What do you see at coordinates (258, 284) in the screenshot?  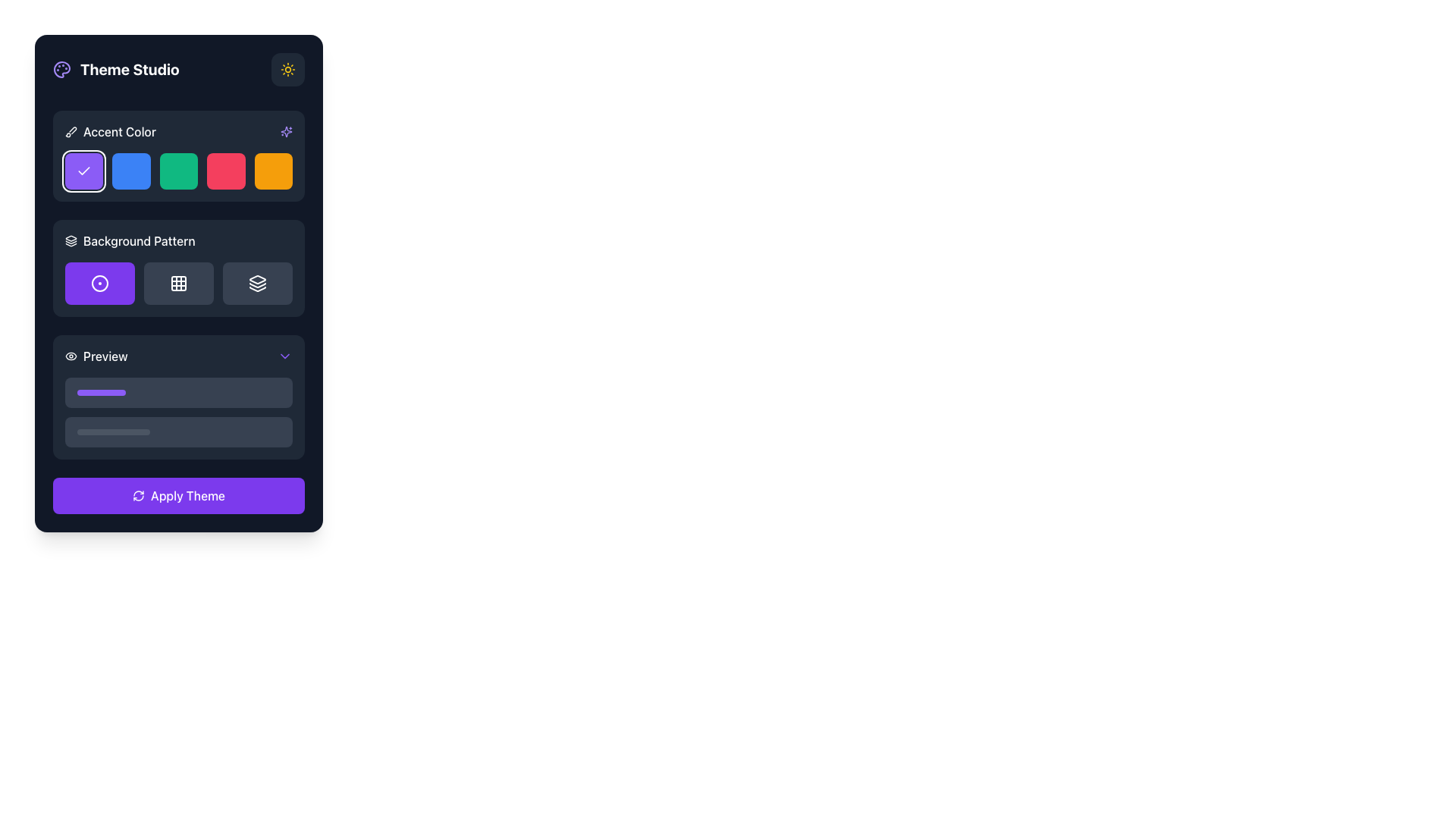 I see `the third icon button in the 'Background Pattern' section` at bounding box center [258, 284].